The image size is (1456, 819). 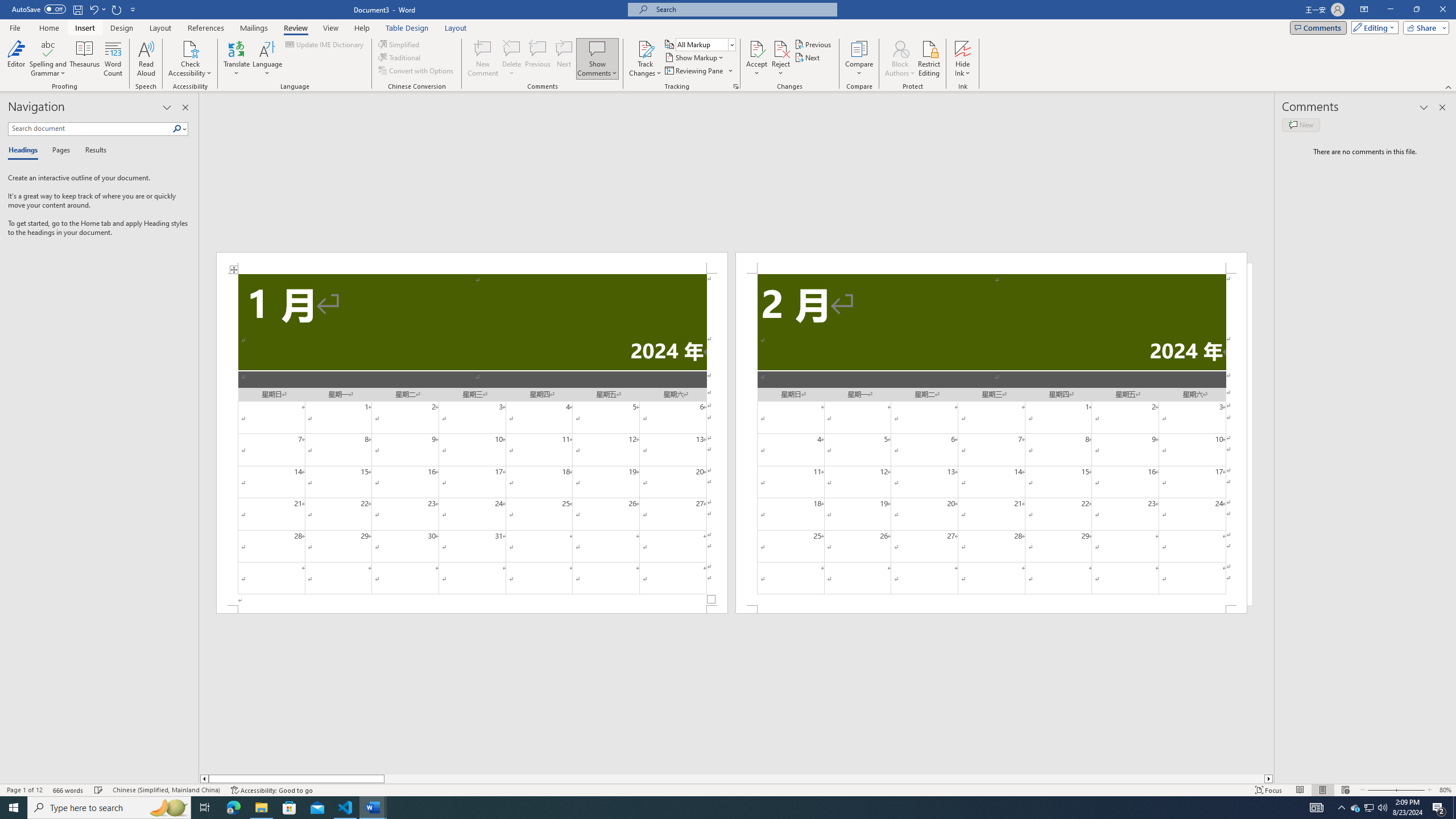 I want to click on 'Show Comments', so click(x=597, y=59).